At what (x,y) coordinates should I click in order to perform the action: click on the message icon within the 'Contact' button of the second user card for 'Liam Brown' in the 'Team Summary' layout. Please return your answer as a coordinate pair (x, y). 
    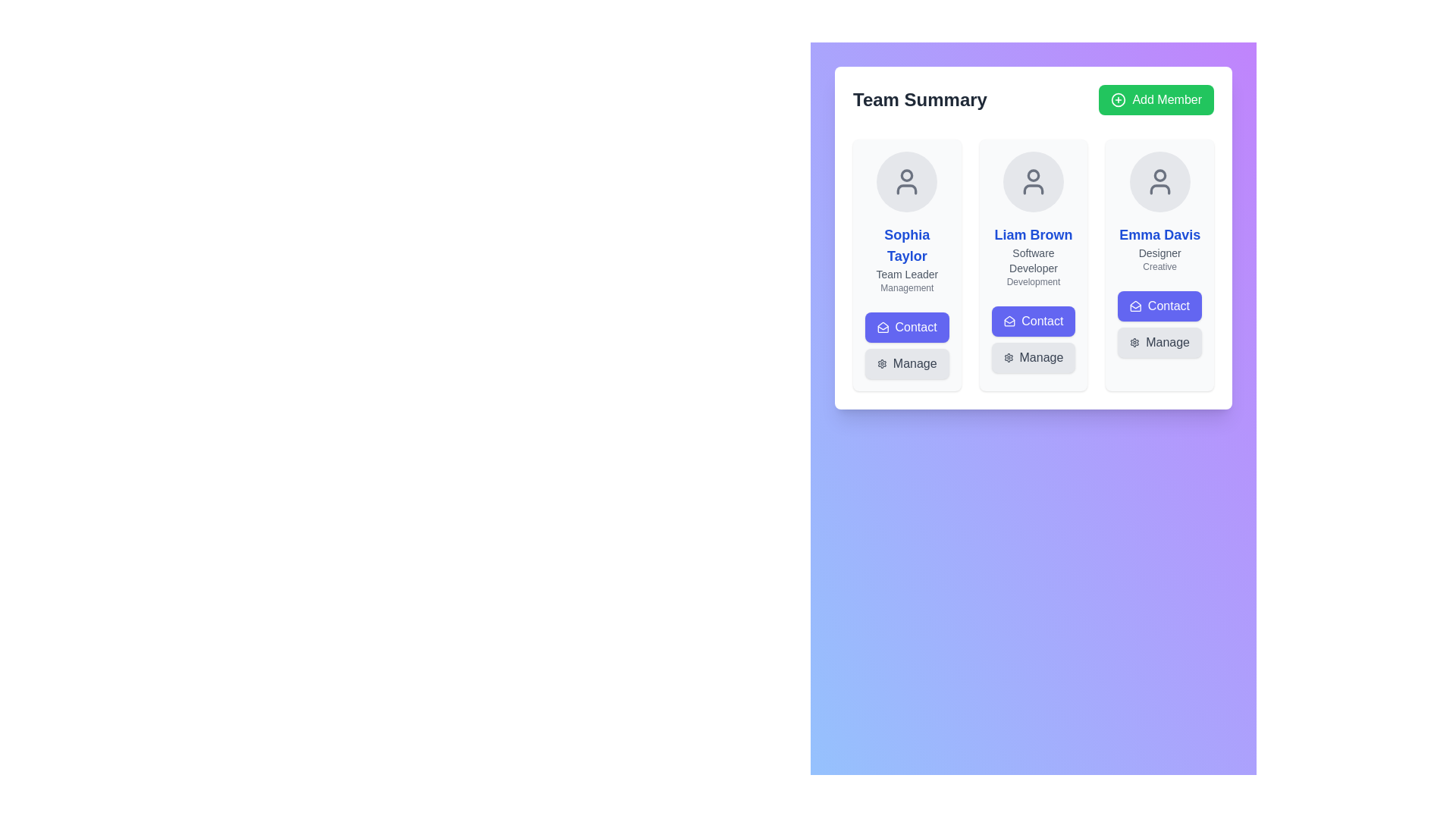
    Looking at the image, I should click on (1009, 321).